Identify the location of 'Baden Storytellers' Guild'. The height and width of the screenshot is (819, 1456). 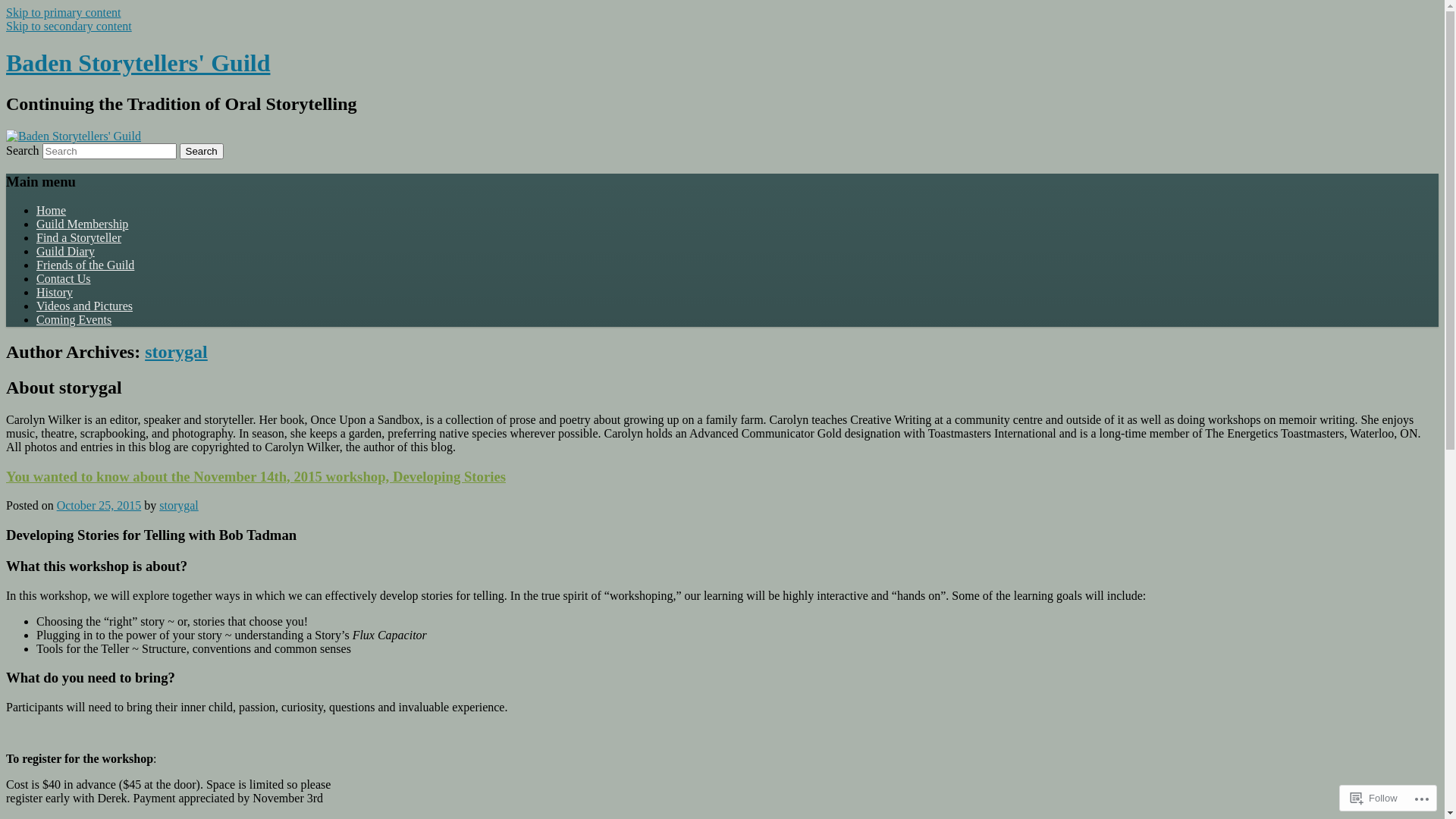
(138, 62).